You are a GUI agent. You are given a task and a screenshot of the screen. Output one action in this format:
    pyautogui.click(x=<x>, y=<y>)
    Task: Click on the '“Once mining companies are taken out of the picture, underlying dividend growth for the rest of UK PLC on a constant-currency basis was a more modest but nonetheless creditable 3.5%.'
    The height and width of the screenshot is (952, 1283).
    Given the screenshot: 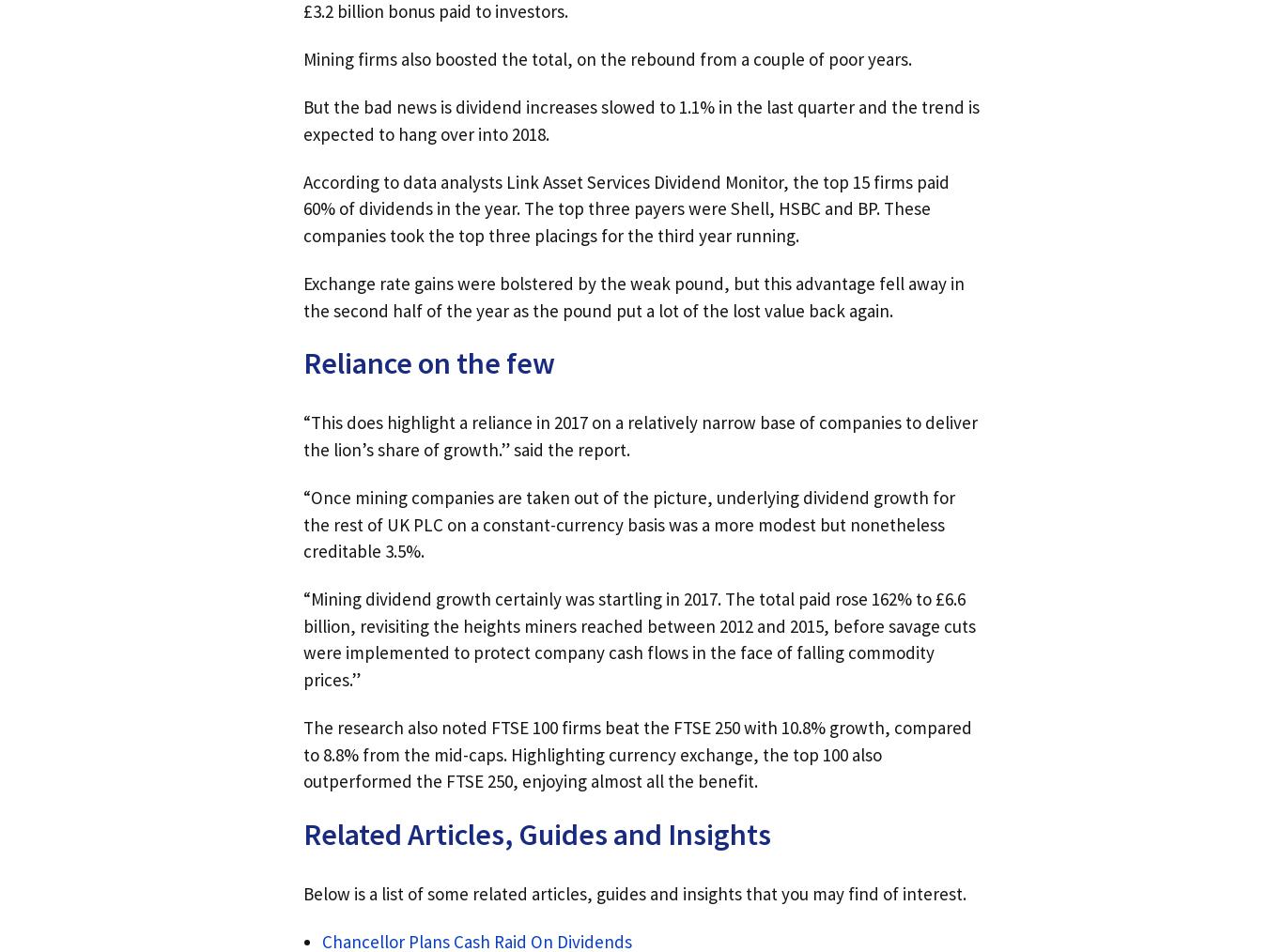 What is the action you would take?
    pyautogui.click(x=628, y=523)
    